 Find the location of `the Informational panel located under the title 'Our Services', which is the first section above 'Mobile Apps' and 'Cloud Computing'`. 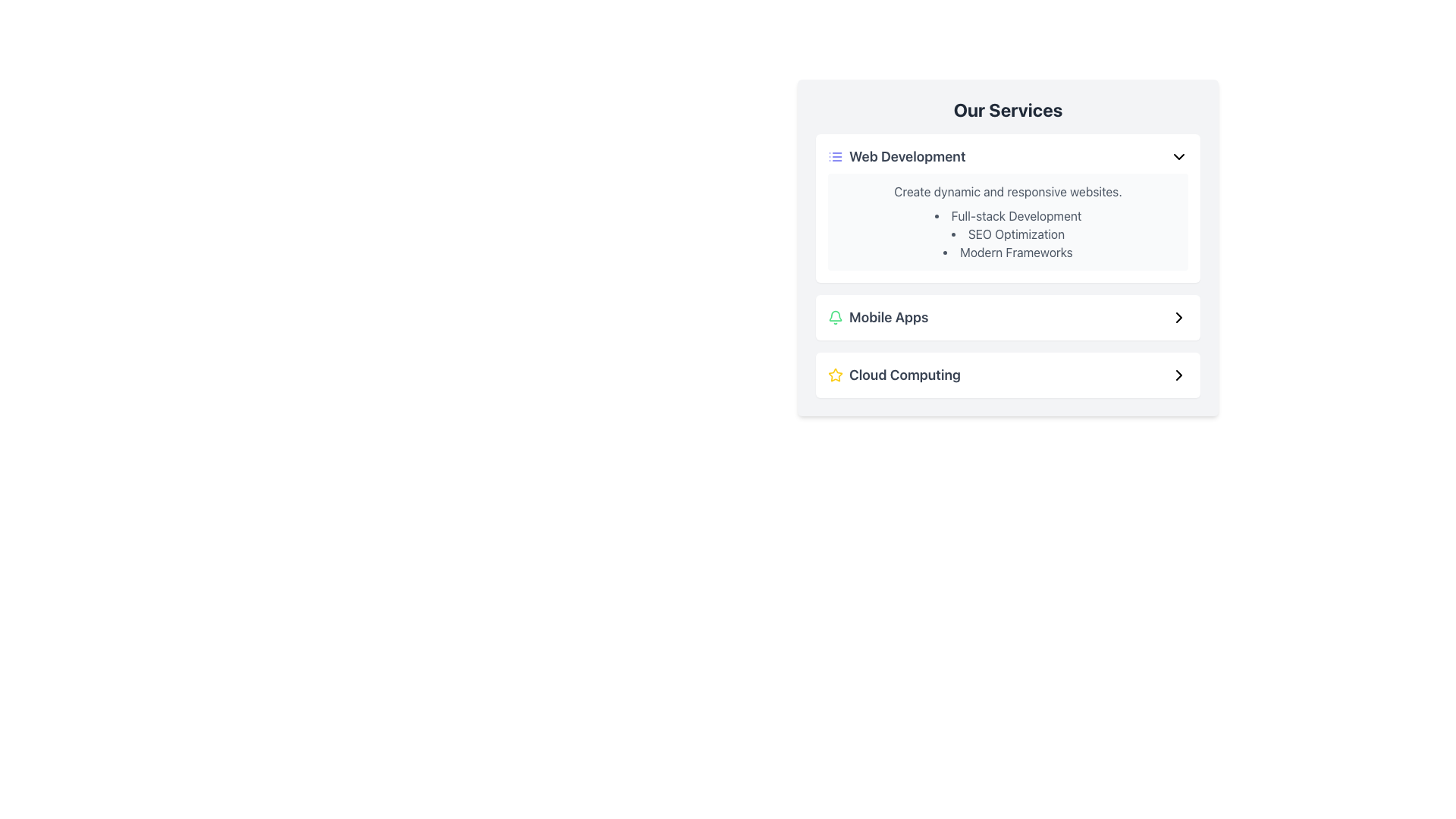

the Informational panel located under the title 'Our Services', which is the first section above 'Mobile Apps' and 'Cloud Computing' is located at coordinates (1008, 265).